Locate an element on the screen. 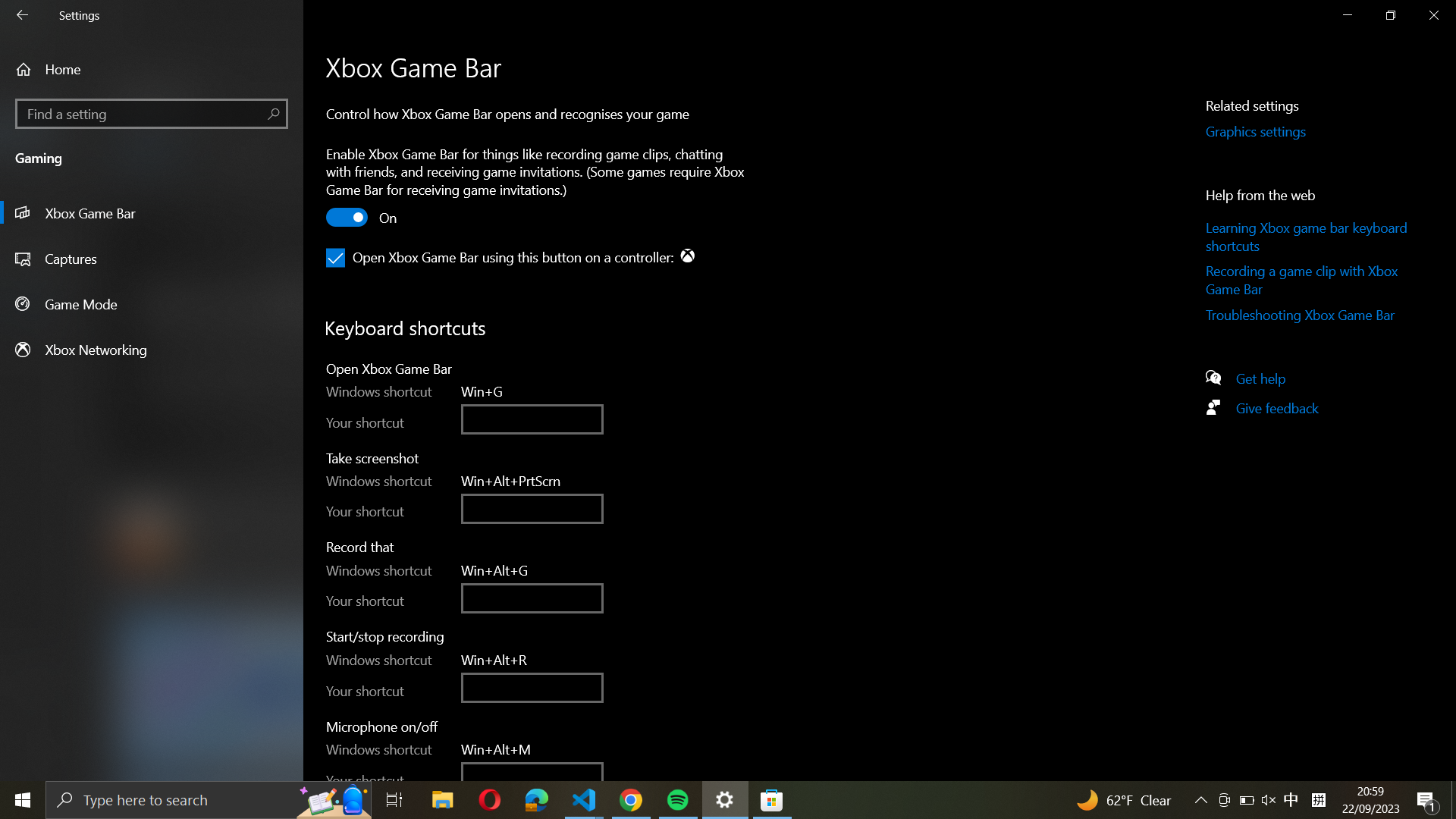 This screenshot has width=1456, height=819. the Home page in settings by clicking on the icon shaped like a house is located at coordinates (152, 69).